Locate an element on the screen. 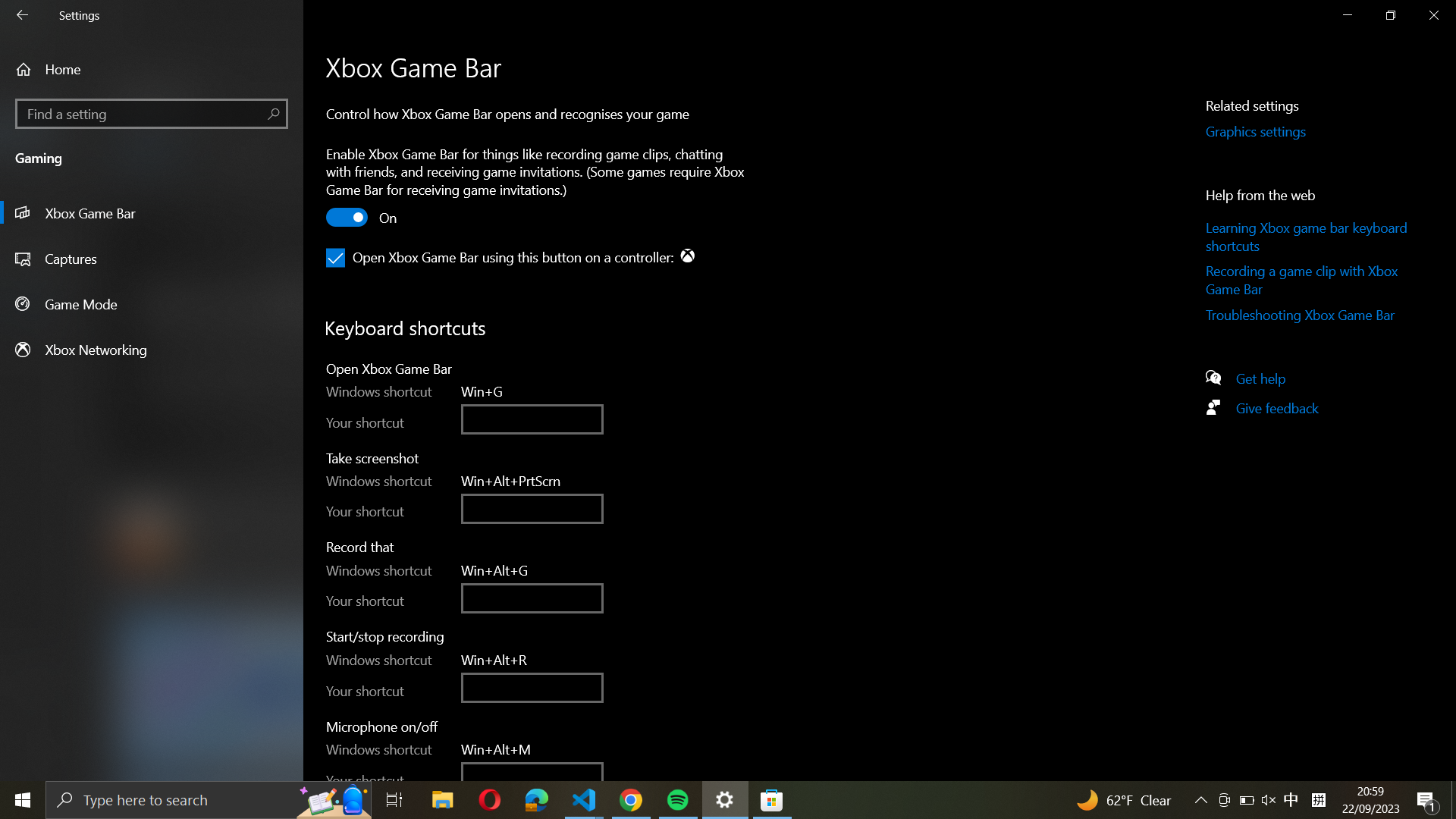 This screenshot has width=1456, height=819. the Home page in settings by clicking on the icon shaped like a house is located at coordinates (152, 69).